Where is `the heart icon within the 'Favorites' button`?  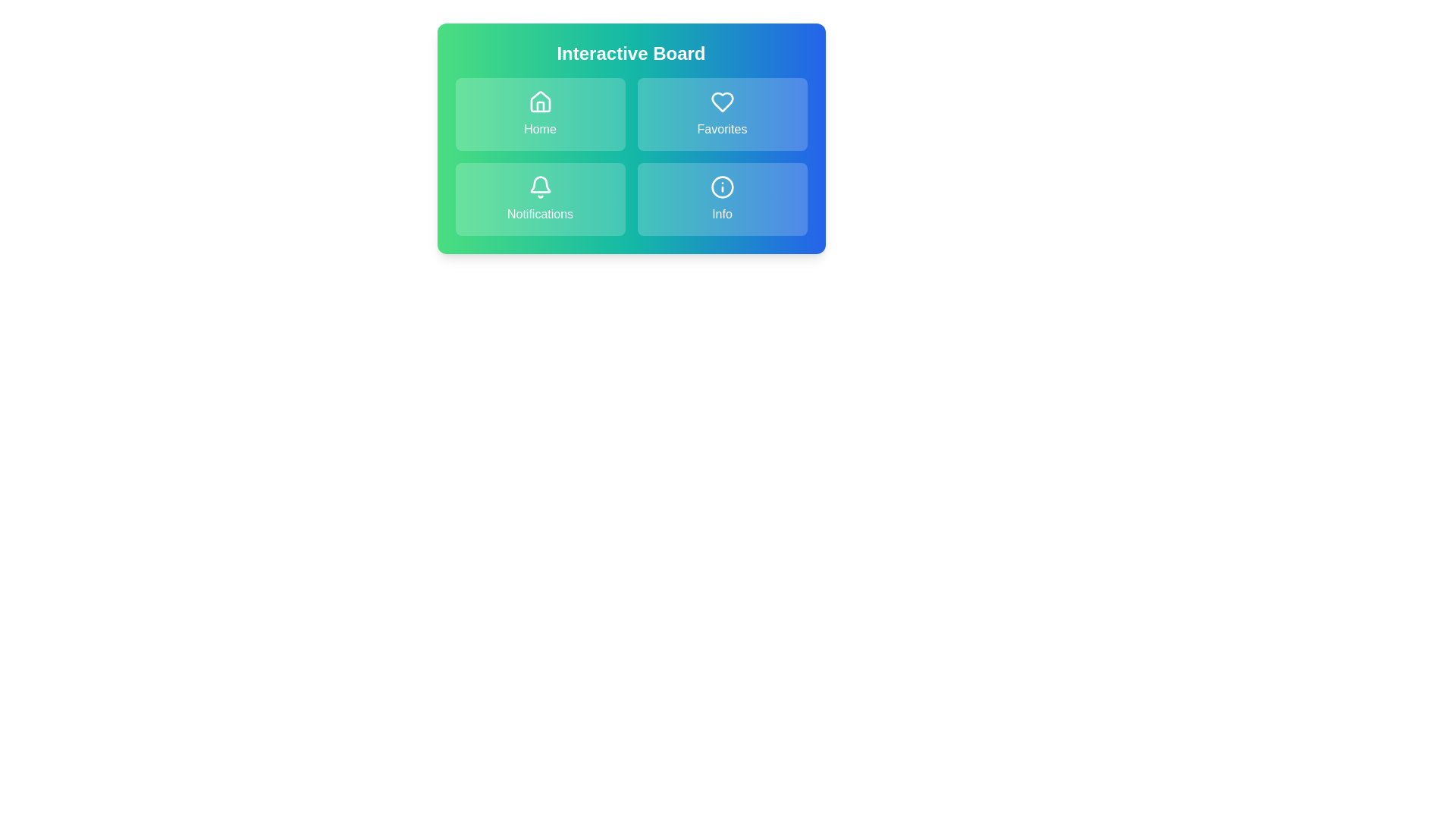 the heart icon within the 'Favorites' button is located at coordinates (721, 102).